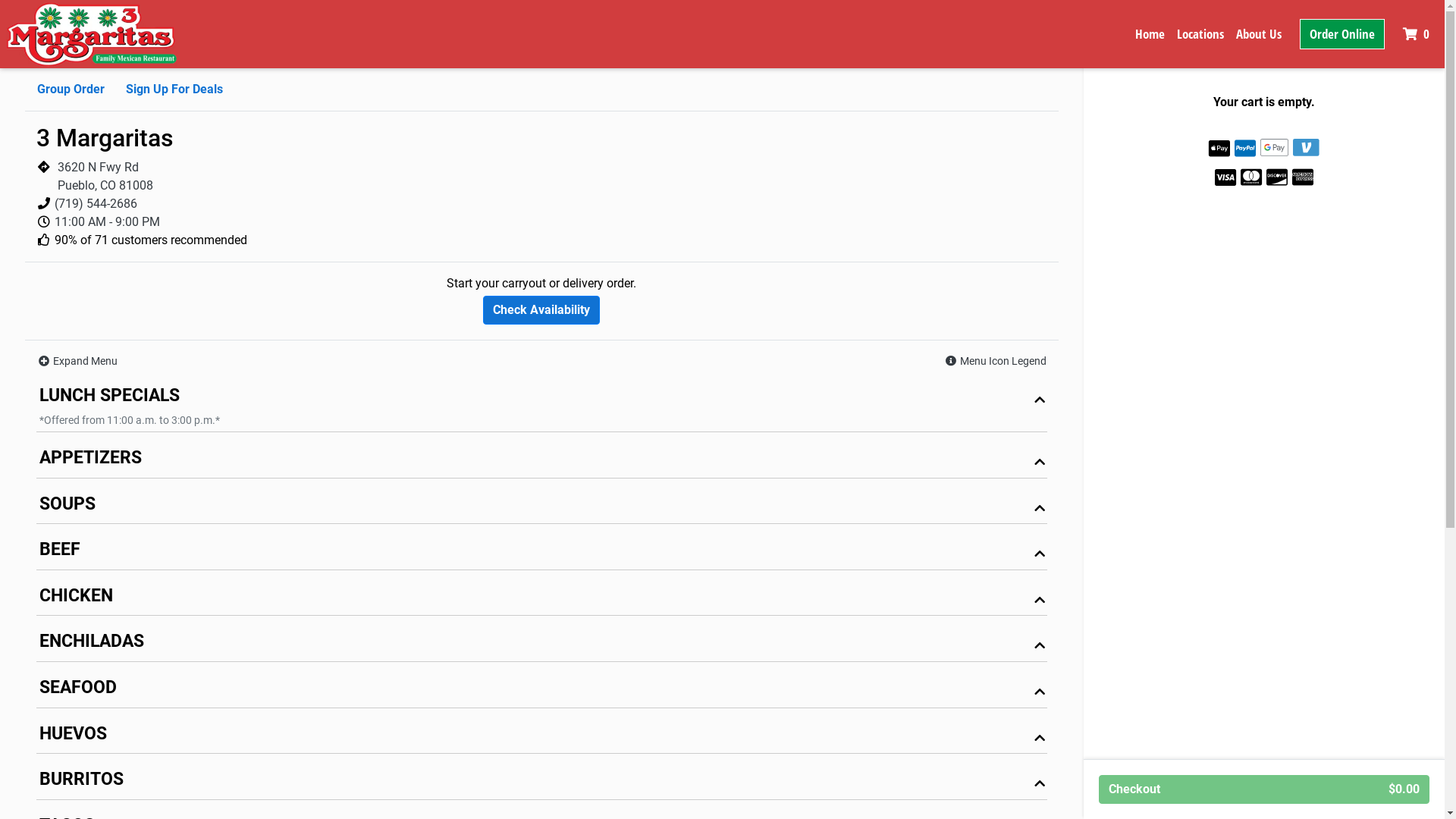 This screenshot has height=819, width=1456. What do you see at coordinates (1302, 175) in the screenshot?
I see `'Accepts American Express'` at bounding box center [1302, 175].